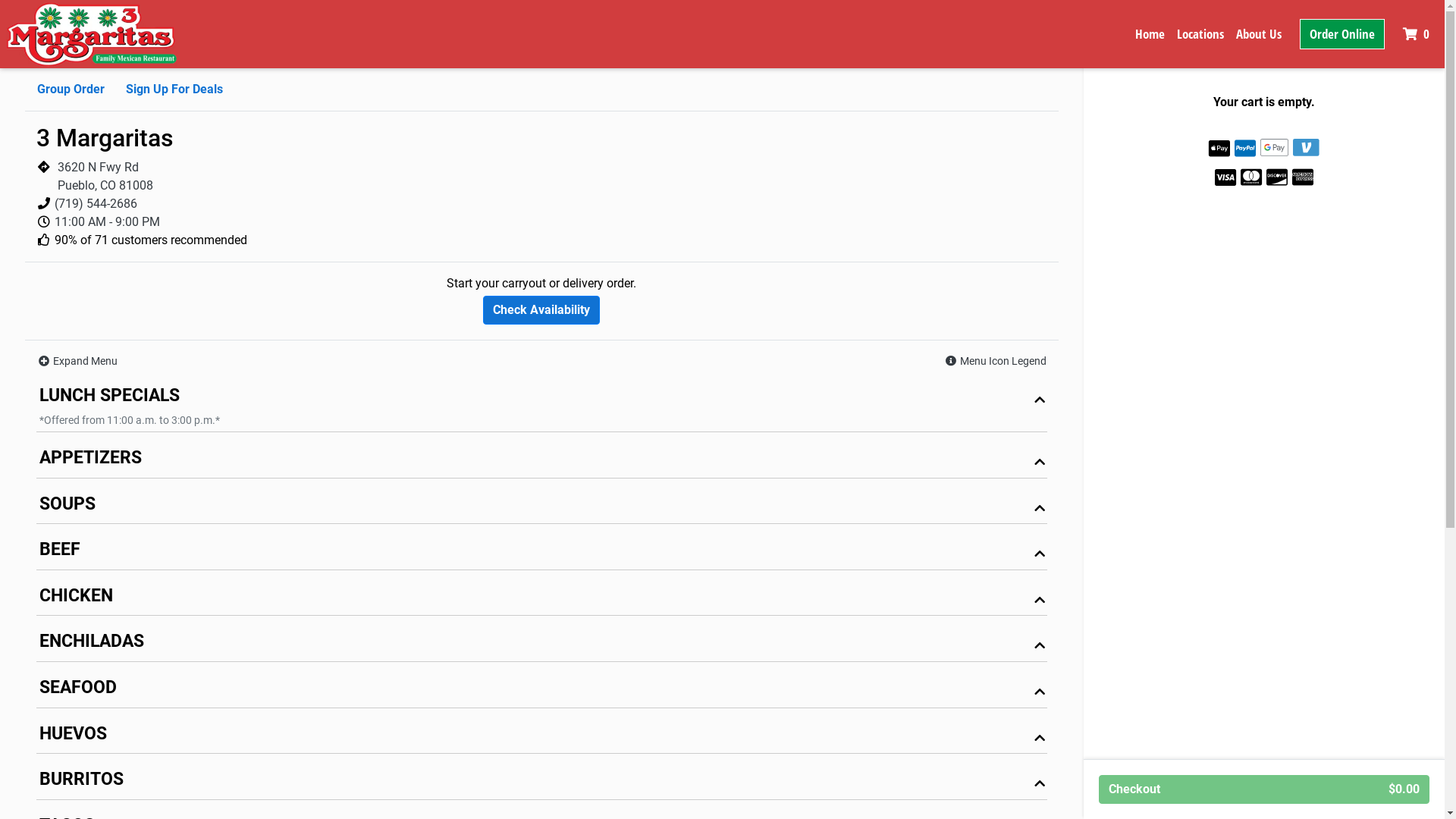 This screenshot has height=819, width=1456. What do you see at coordinates (1302, 175) in the screenshot?
I see `'Accepts American Express'` at bounding box center [1302, 175].